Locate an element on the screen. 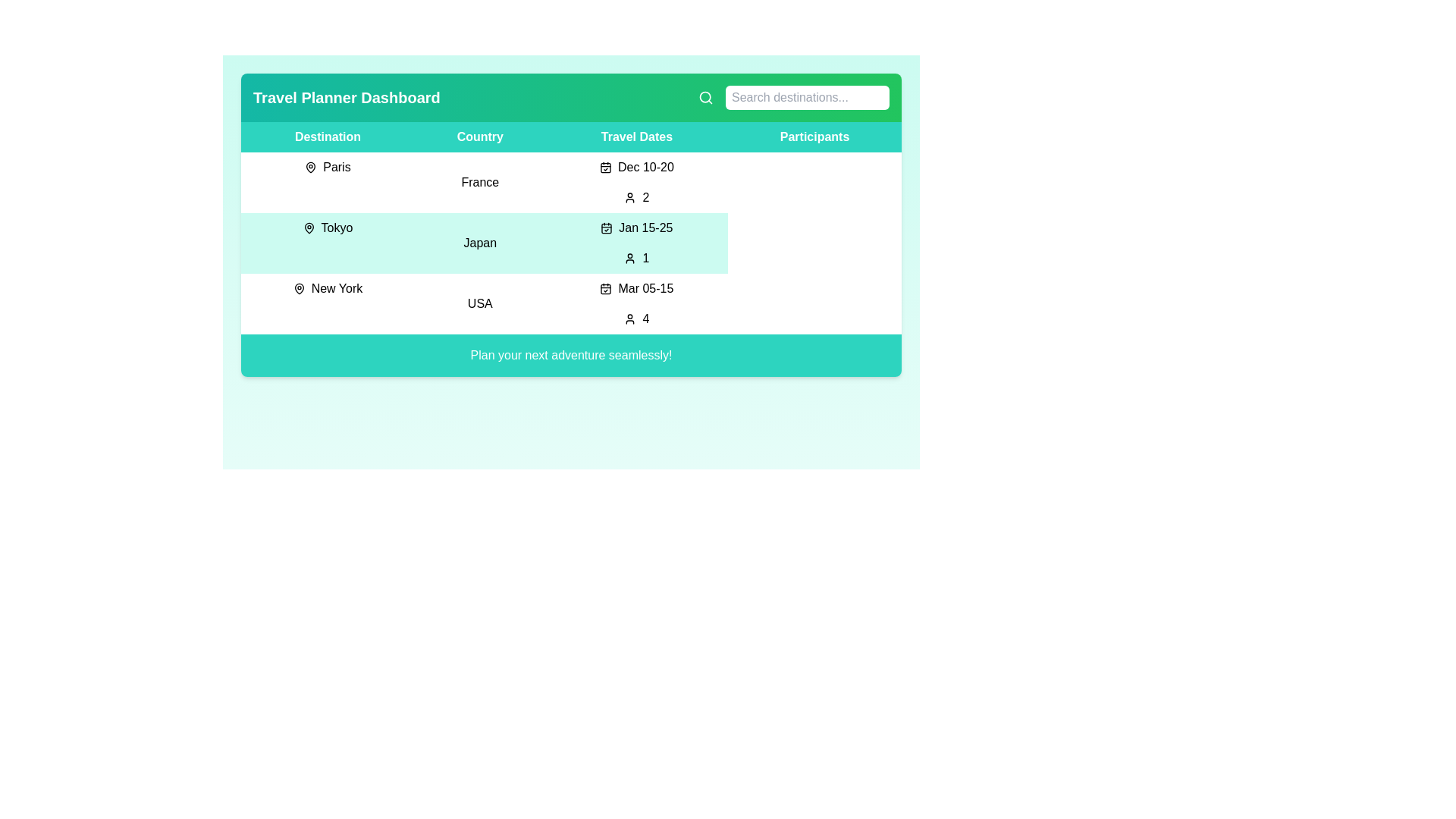 The width and height of the screenshot is (1456, 819). the static label representing the country in the second row of the 'Country' column, which is adjacent to 'Tokyo' on the left and 'Jan 15-25' on the right is located at coordinates (479, 242).